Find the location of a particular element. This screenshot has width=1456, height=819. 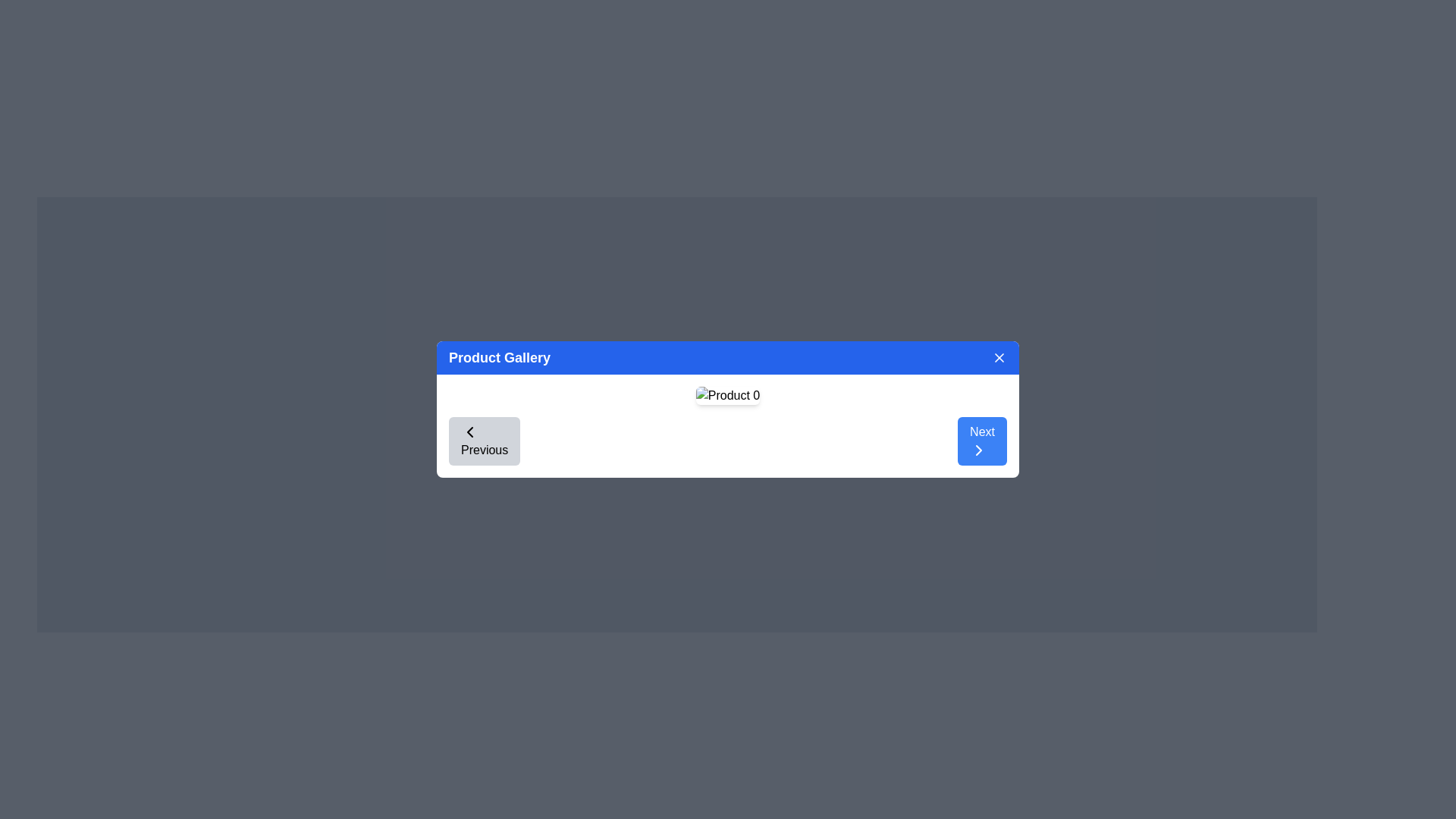

the forward navigation icon within the 'Next' button located at the bottom-right corner of the interface is located at coordinates (979, 450).